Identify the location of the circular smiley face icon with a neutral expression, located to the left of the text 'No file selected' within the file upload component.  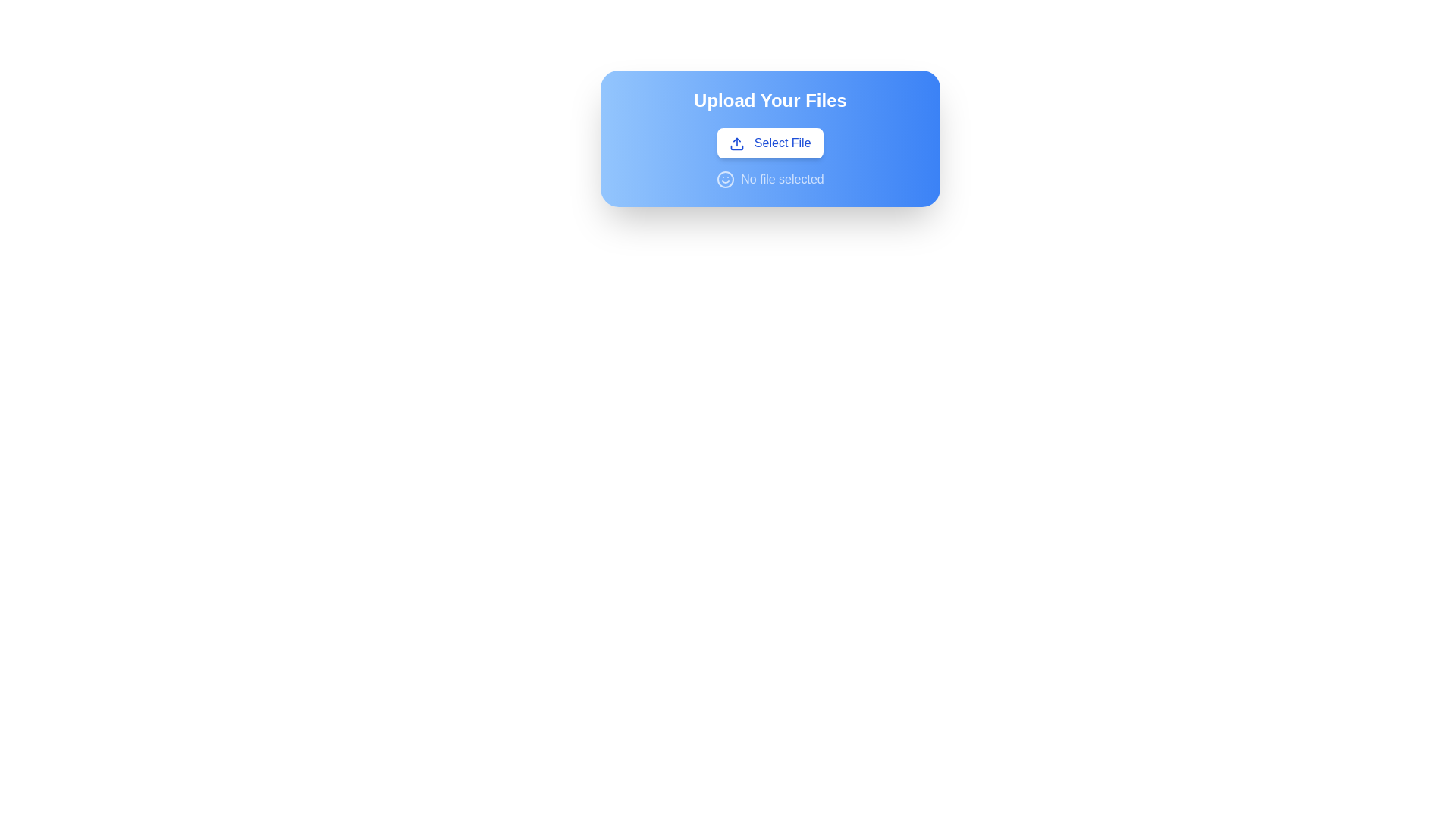
(725, 178).